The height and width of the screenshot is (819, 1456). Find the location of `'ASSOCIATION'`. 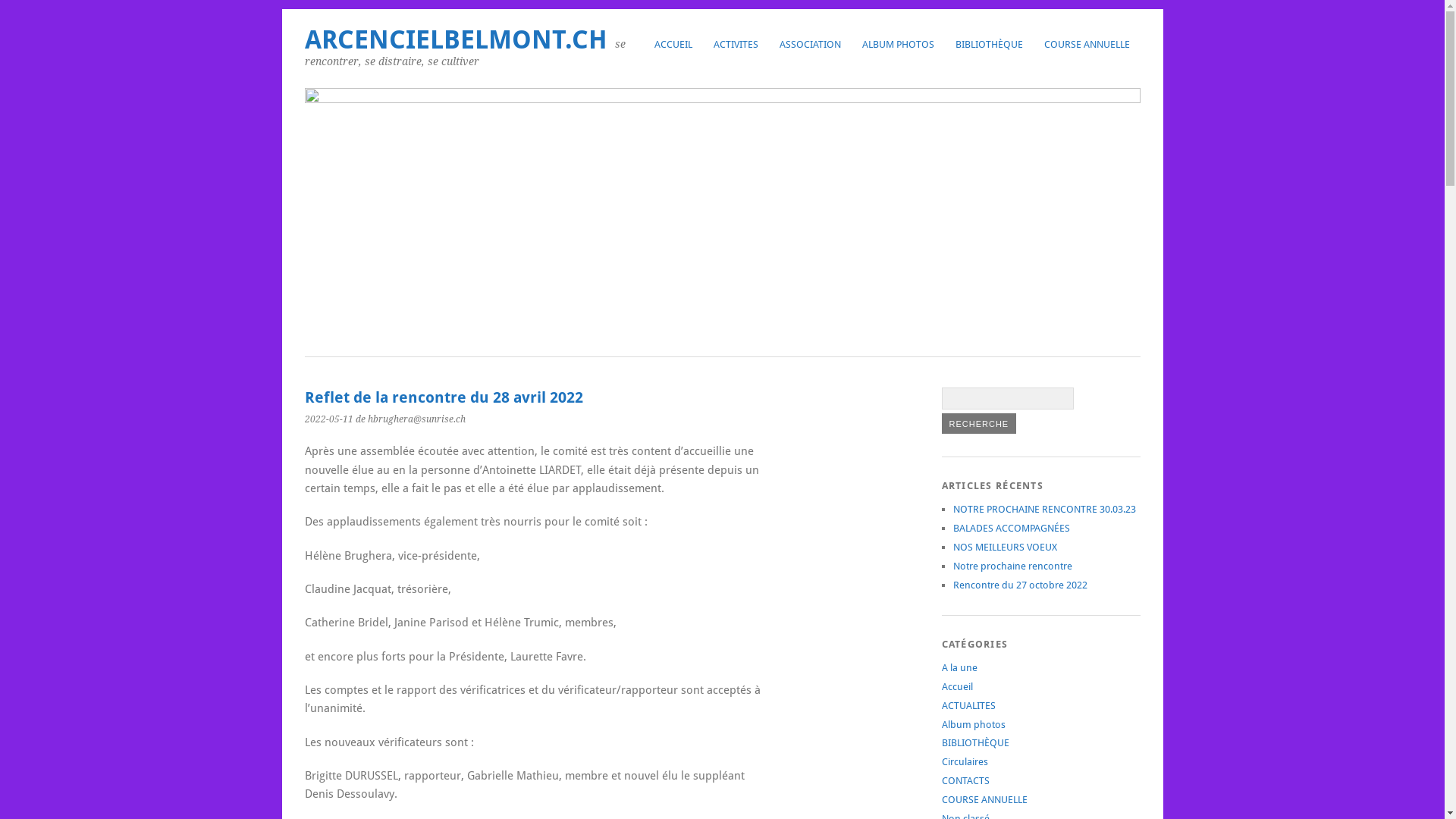

'ASSOCIATION' is located at coordinates (809, 43).